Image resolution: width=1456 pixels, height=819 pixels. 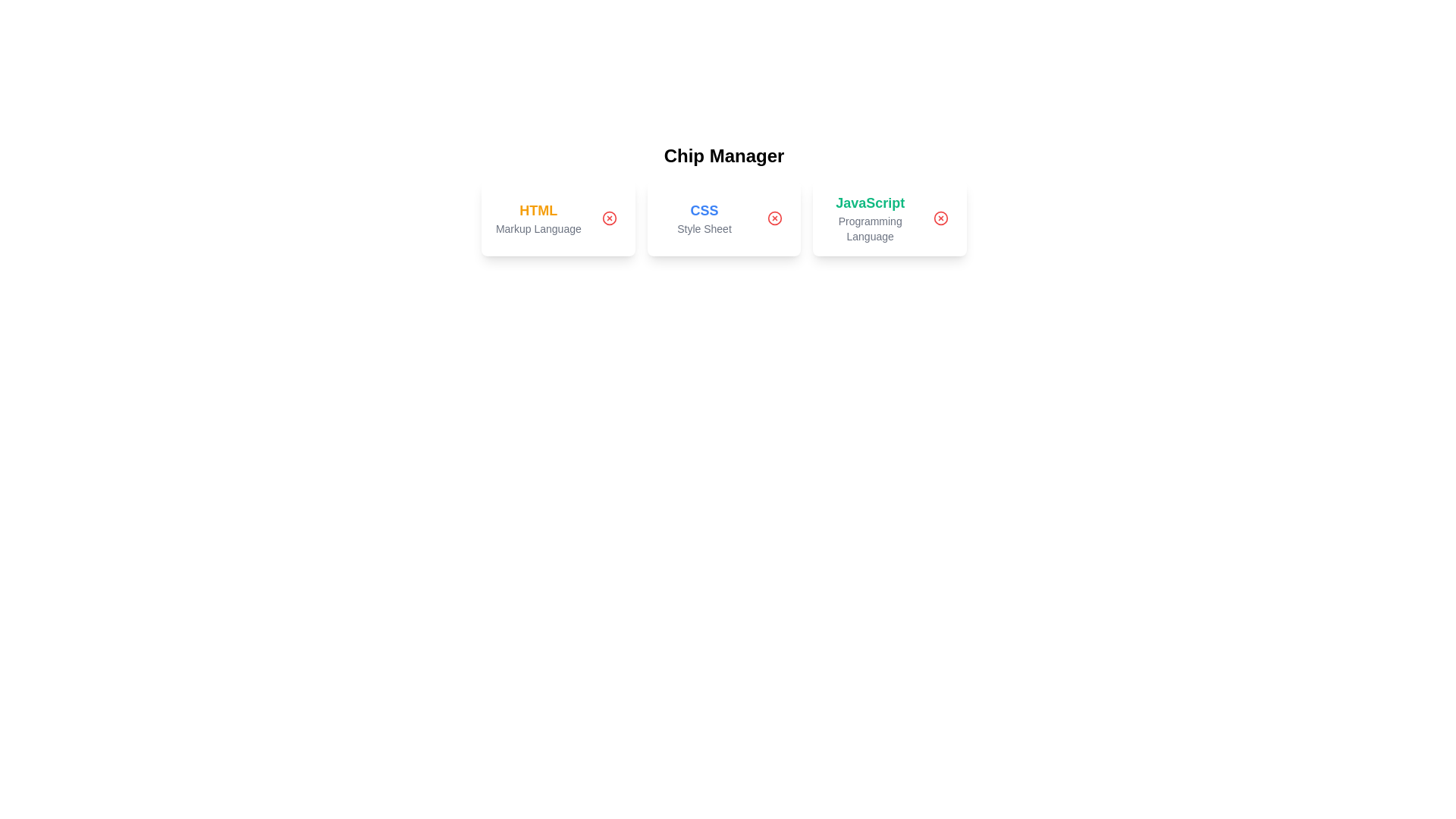 I want to click on the delete button of the chip labeled HTML, so click(x=609, y=218).